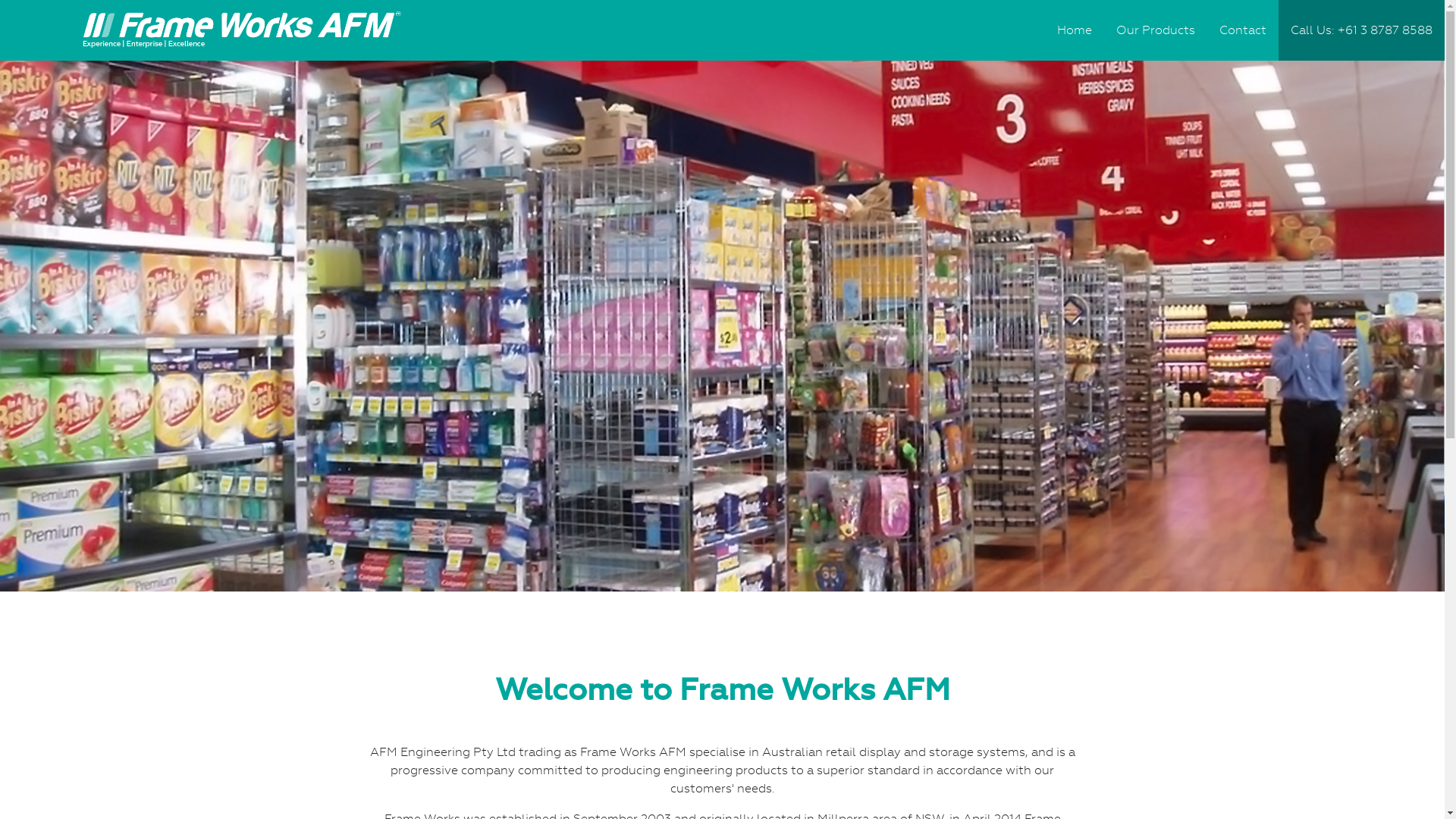 This screenshot has height=819, width=1456. I want to click on 'Contact', so click(1242, 30).